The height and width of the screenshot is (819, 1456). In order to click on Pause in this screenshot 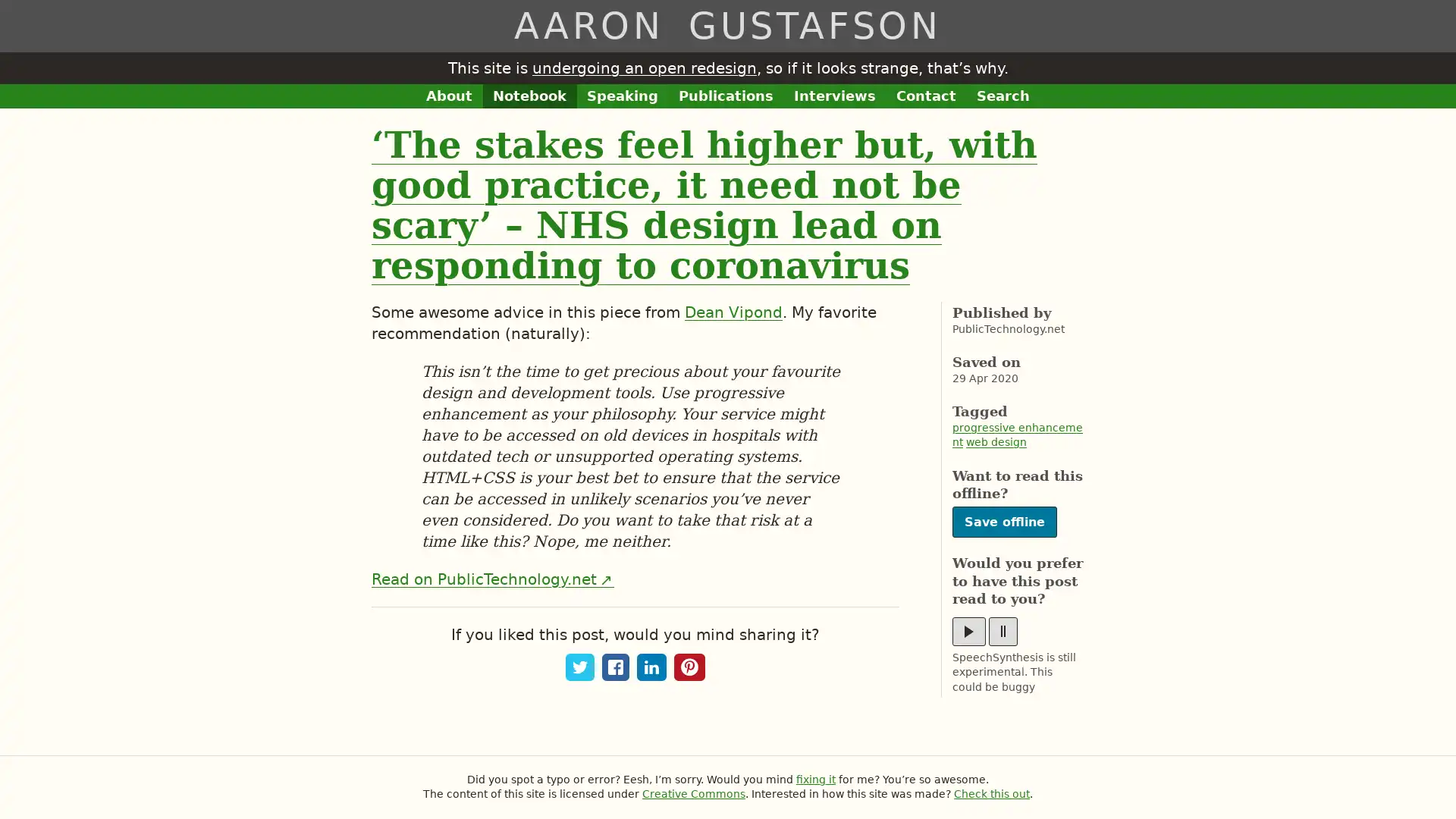, I will do `click(1003, 631)`.